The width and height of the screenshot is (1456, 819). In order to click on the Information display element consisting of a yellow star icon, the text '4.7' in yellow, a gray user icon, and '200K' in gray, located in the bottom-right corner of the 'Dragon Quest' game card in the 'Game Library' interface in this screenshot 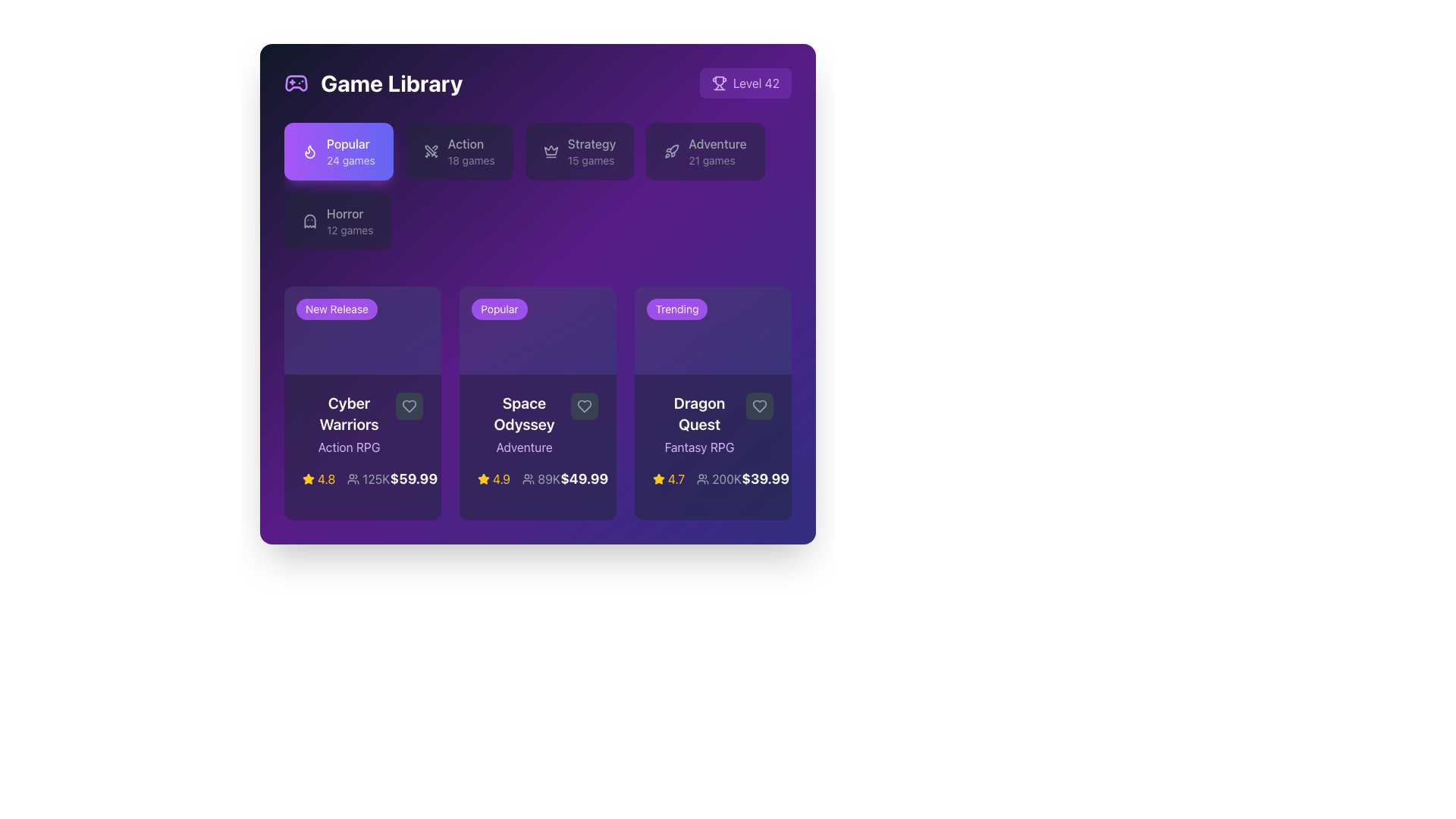, I will do `click(696, 479)`.